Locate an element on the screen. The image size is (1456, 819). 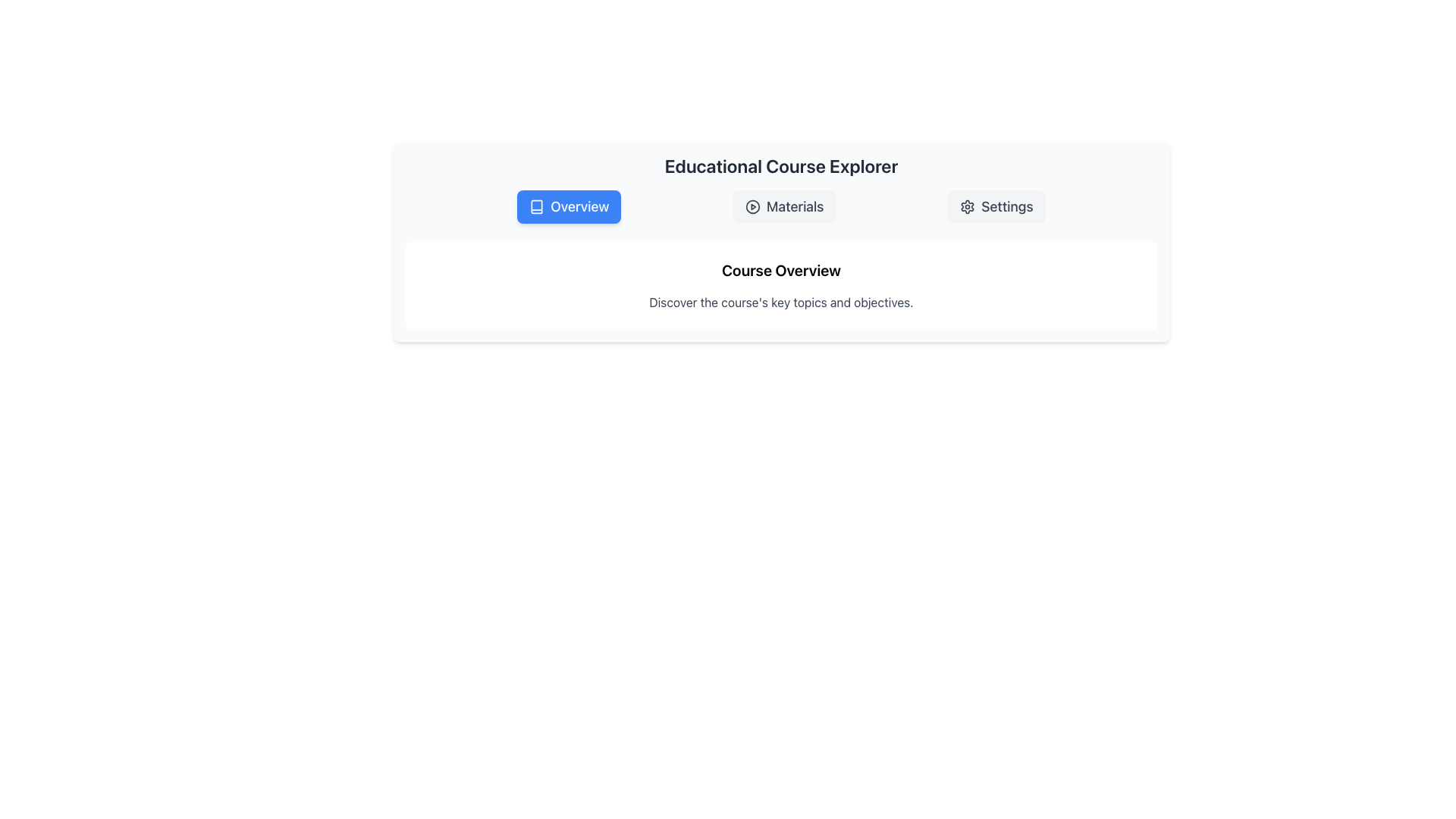
the gear icon in the top-right section of the UI is located at coordinates (967, 207).